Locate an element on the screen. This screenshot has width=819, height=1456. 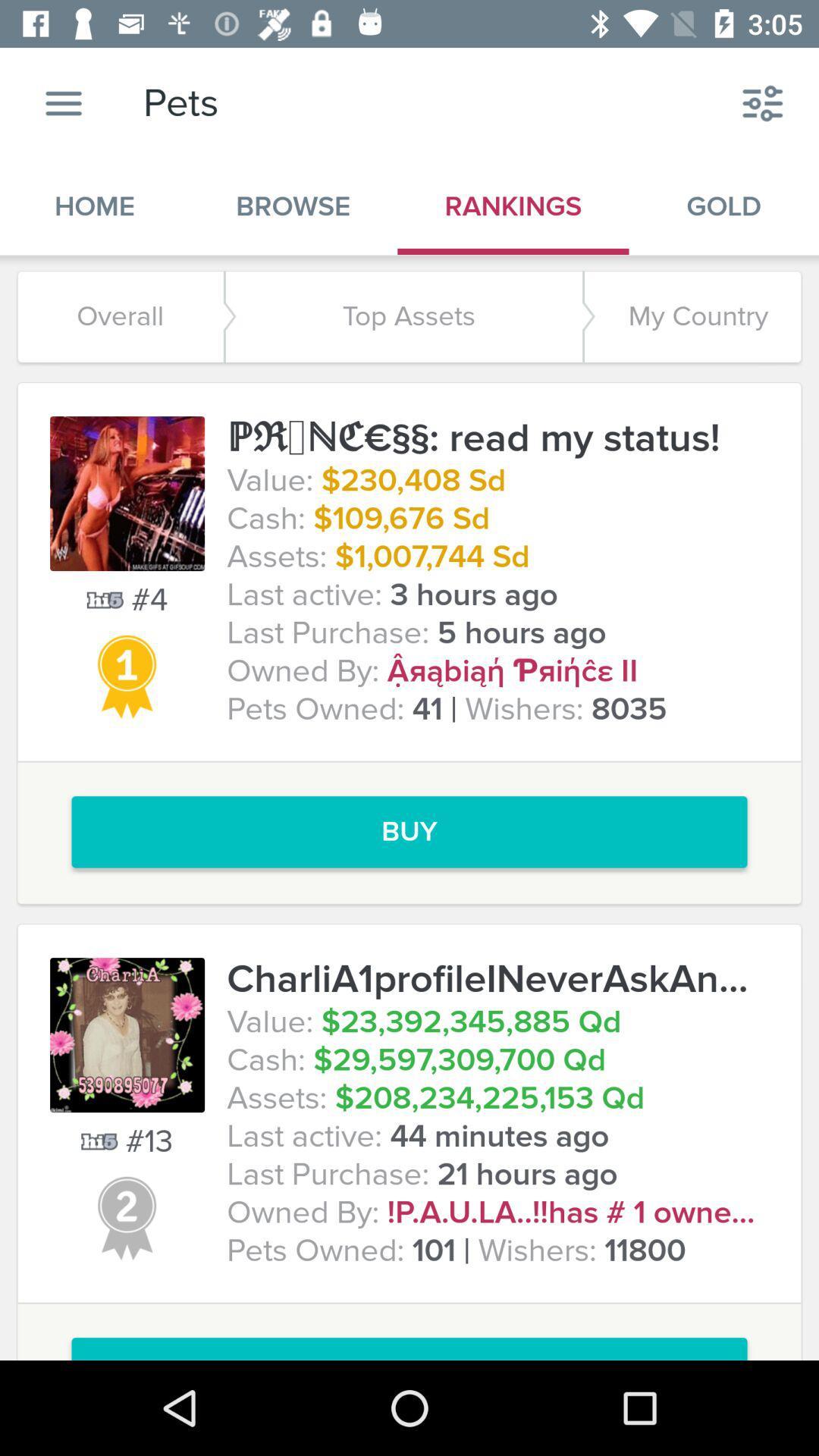
the item to the right of rankings icon is located at coordinates (763, 102).